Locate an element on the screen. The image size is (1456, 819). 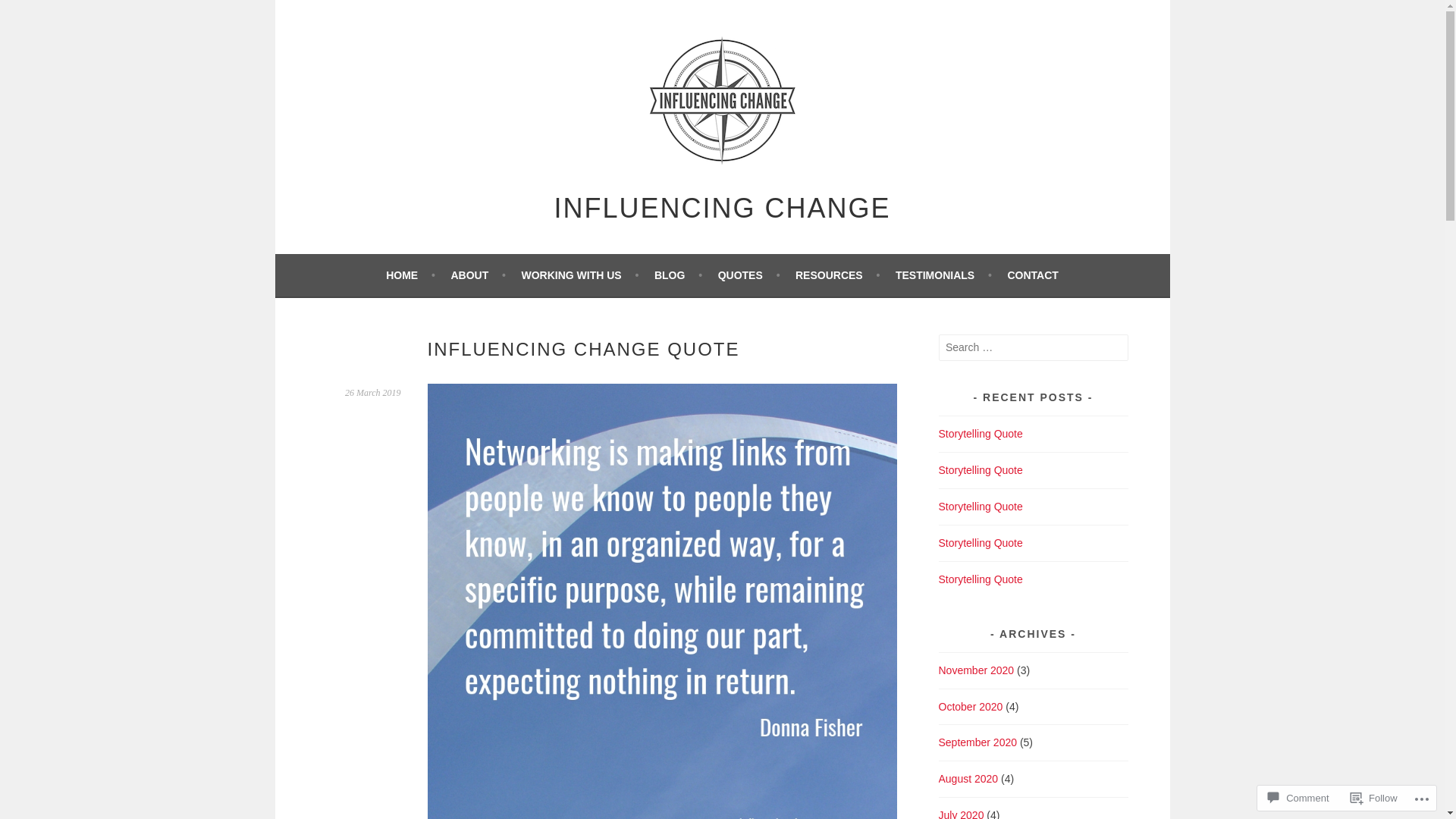
'Storytelling Quote' is located at coordinates (981, 579).